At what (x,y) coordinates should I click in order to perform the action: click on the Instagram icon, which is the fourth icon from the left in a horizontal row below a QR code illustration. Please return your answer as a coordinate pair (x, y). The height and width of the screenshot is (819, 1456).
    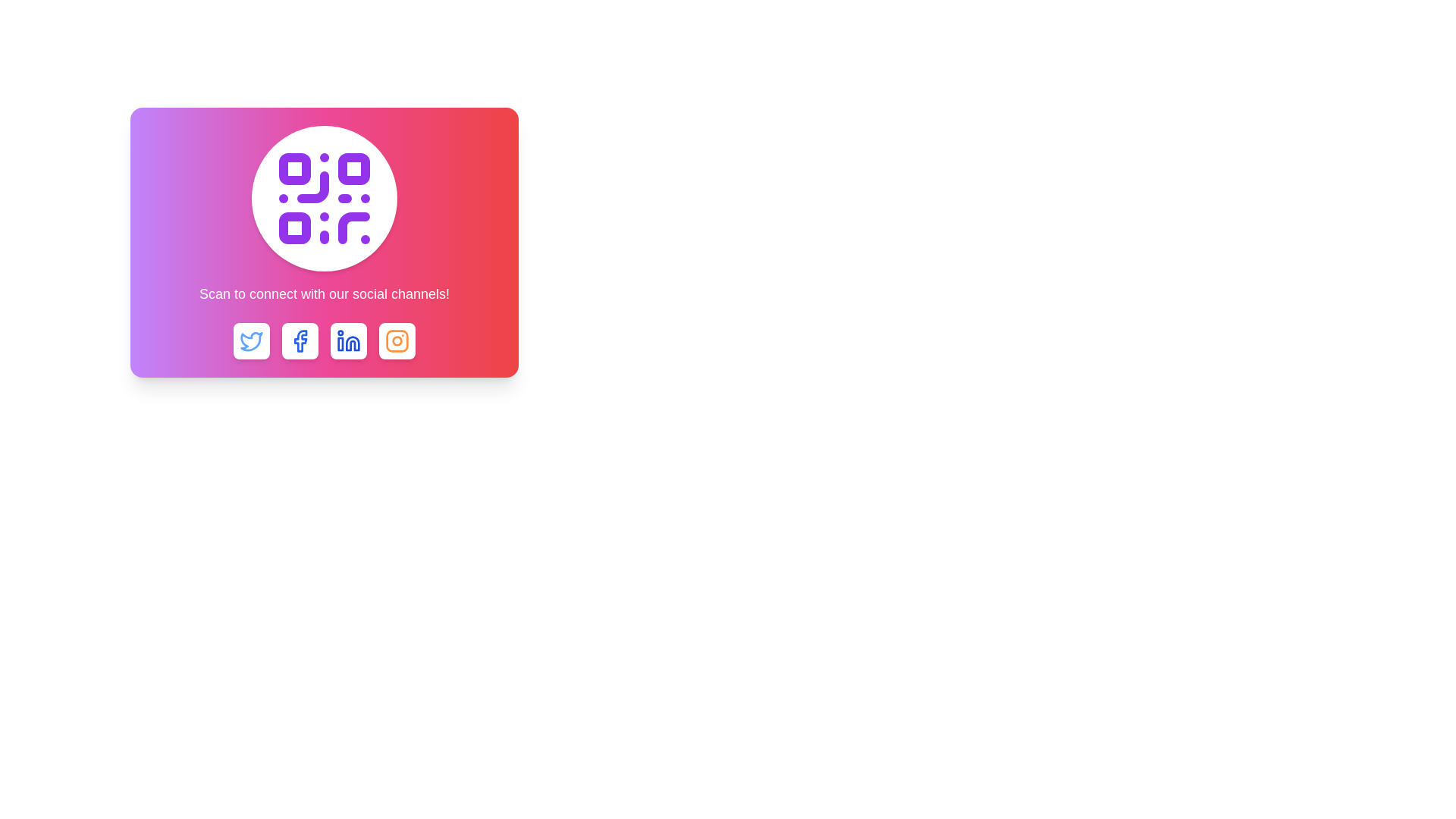
    Looking at the image, I should click on (397, 341).